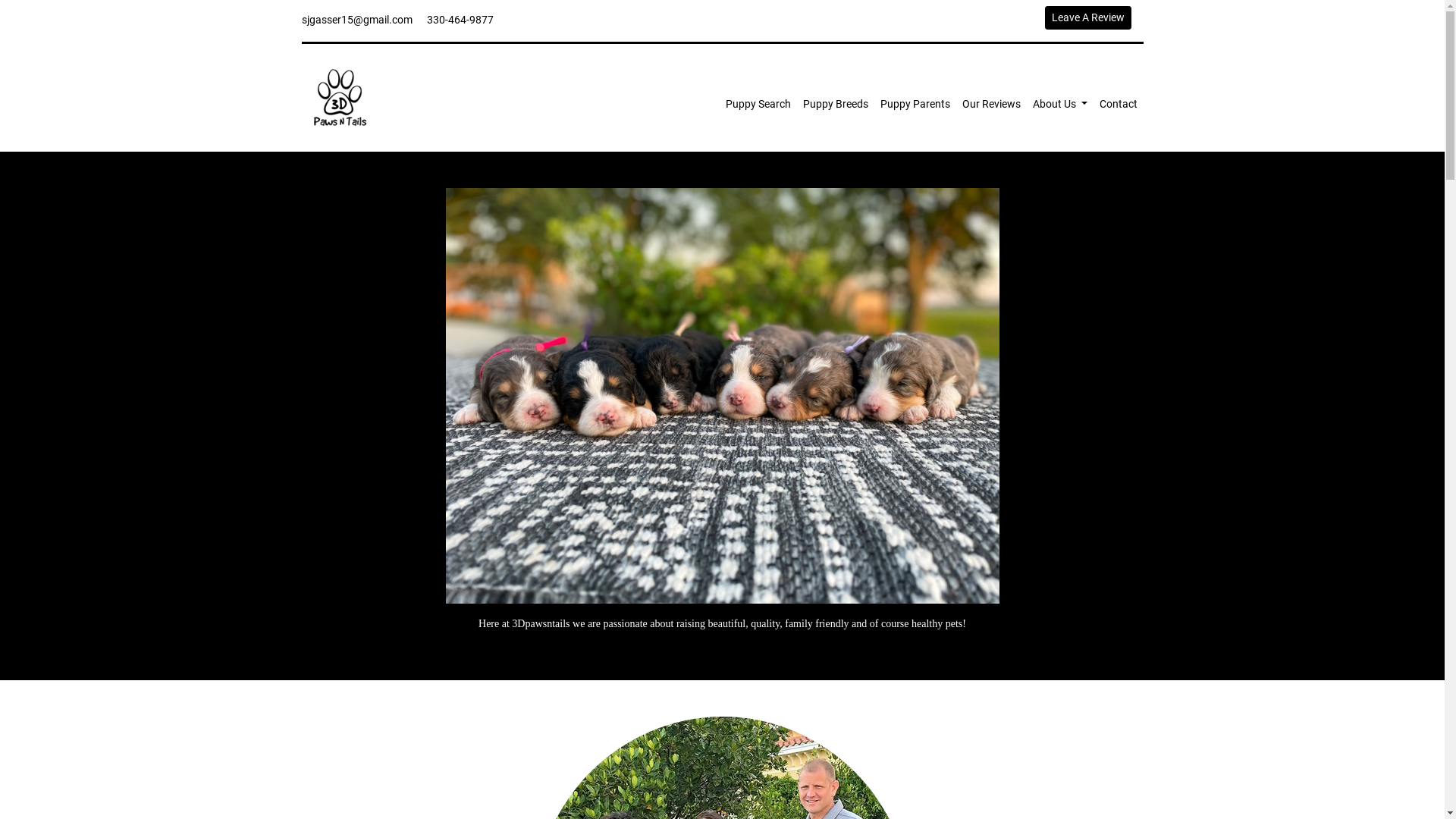  I want to click on 'Our Reviews', so click(991, 102).